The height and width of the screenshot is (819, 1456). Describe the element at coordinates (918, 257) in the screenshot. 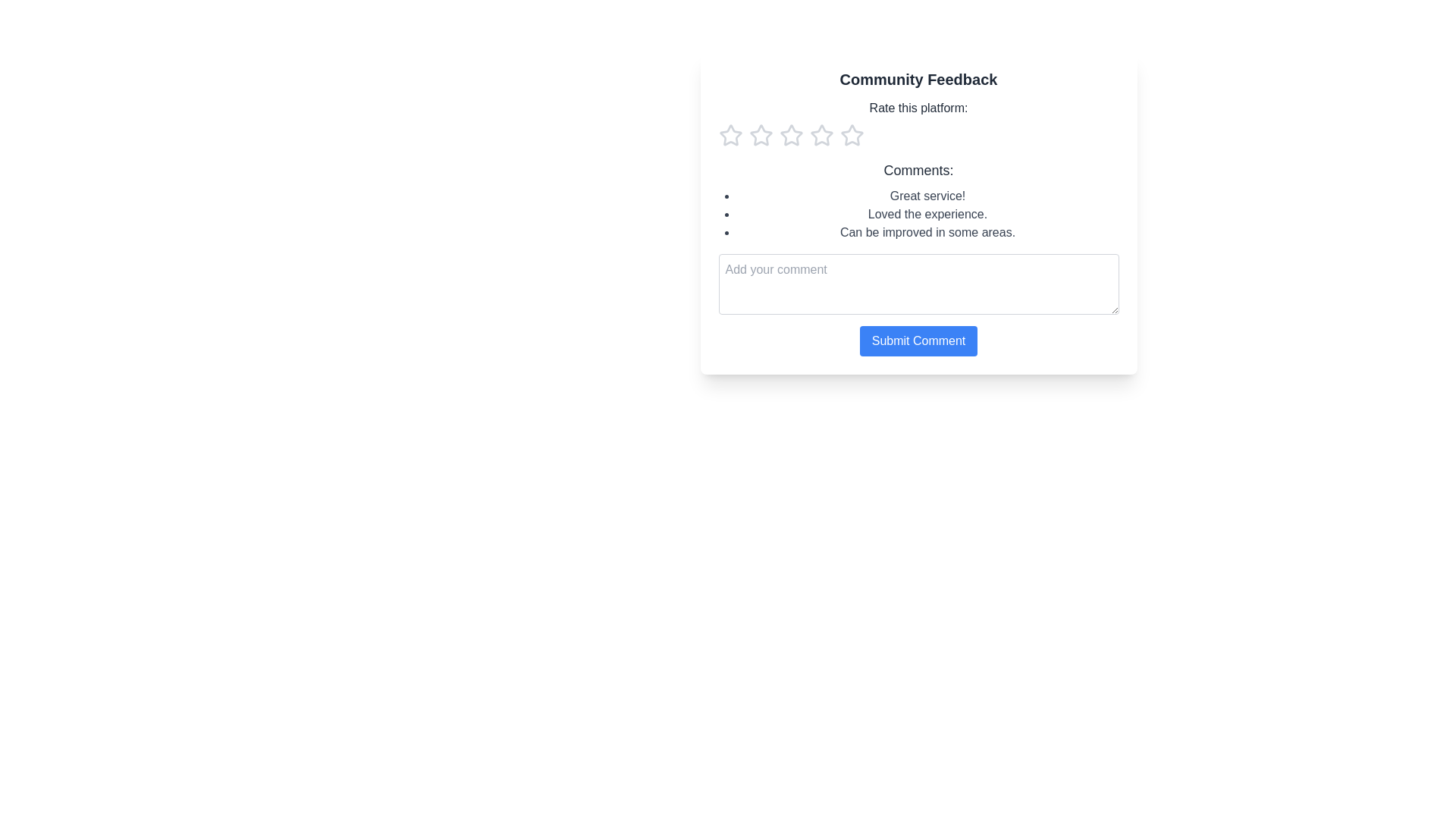

I see `the 'Comments:' section's input area to submit a comment` at that location.